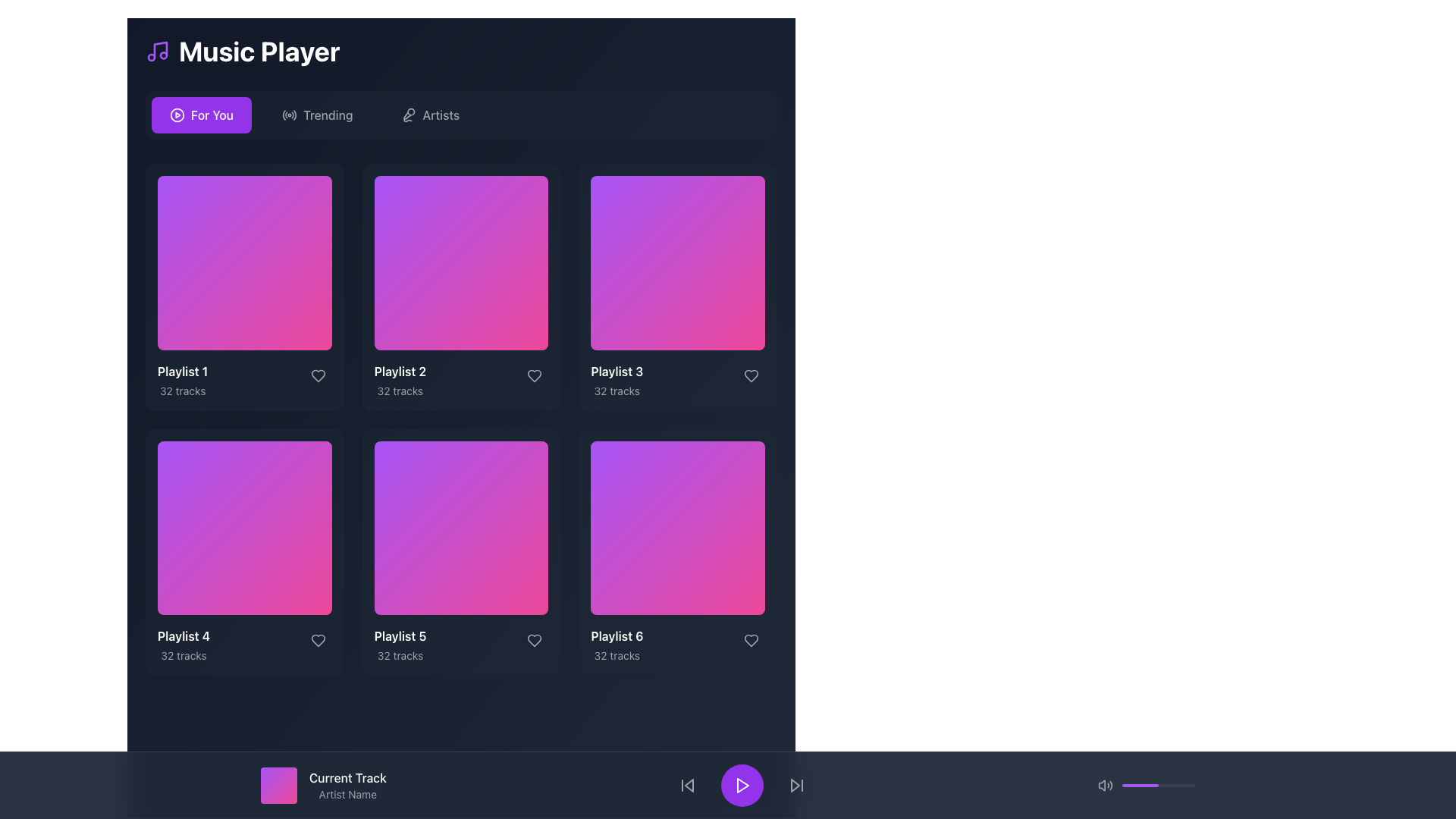 The width and height of the screenshot is (1456, 819). I want to click on the Informational display that shows the currently playing track's title, artist, and cover art by moving the cursor to its center point, so click(322, 785).